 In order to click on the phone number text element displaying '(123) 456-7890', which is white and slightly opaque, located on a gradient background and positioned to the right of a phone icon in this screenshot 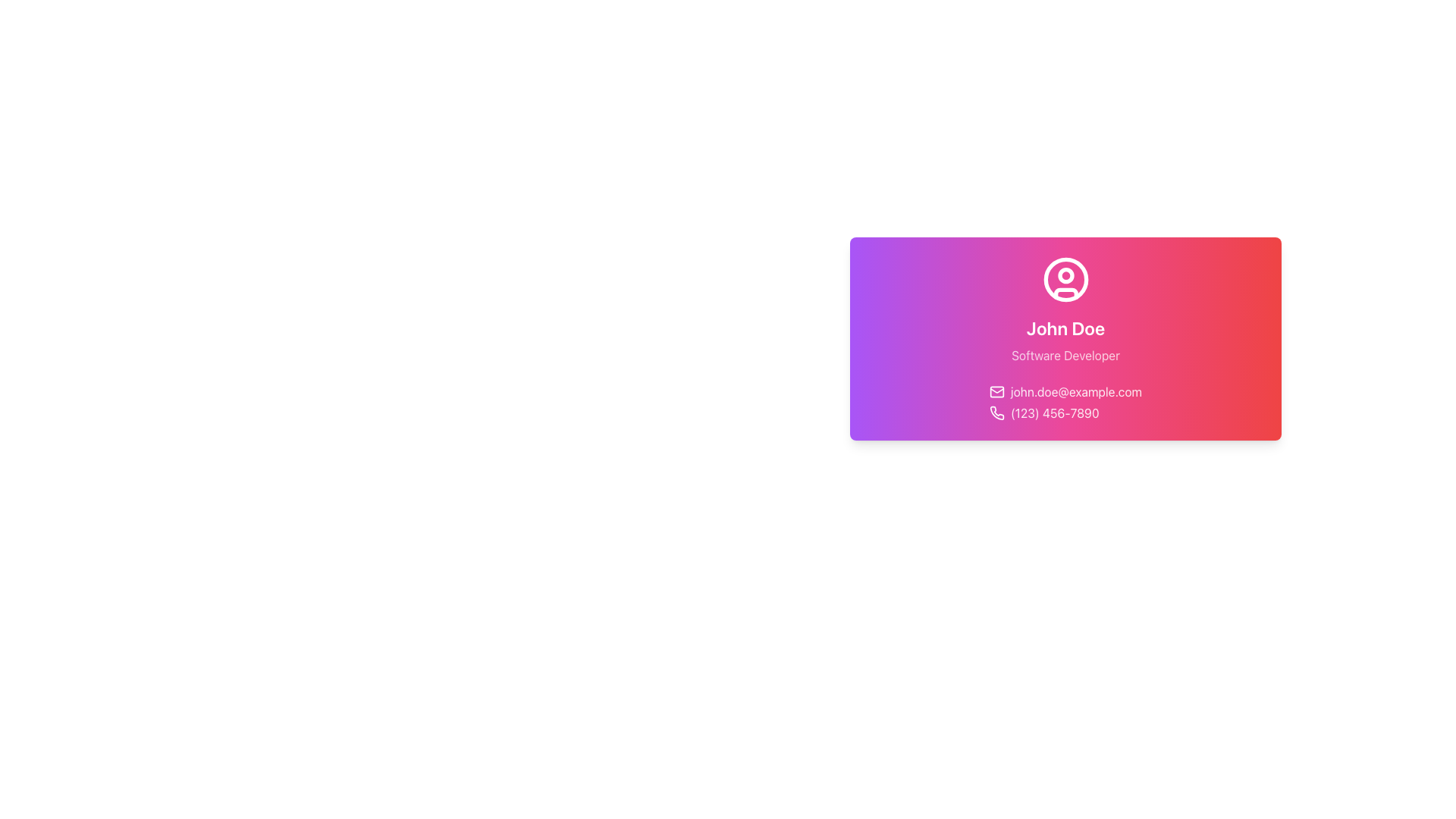, I will do `click(1054, 413)`.